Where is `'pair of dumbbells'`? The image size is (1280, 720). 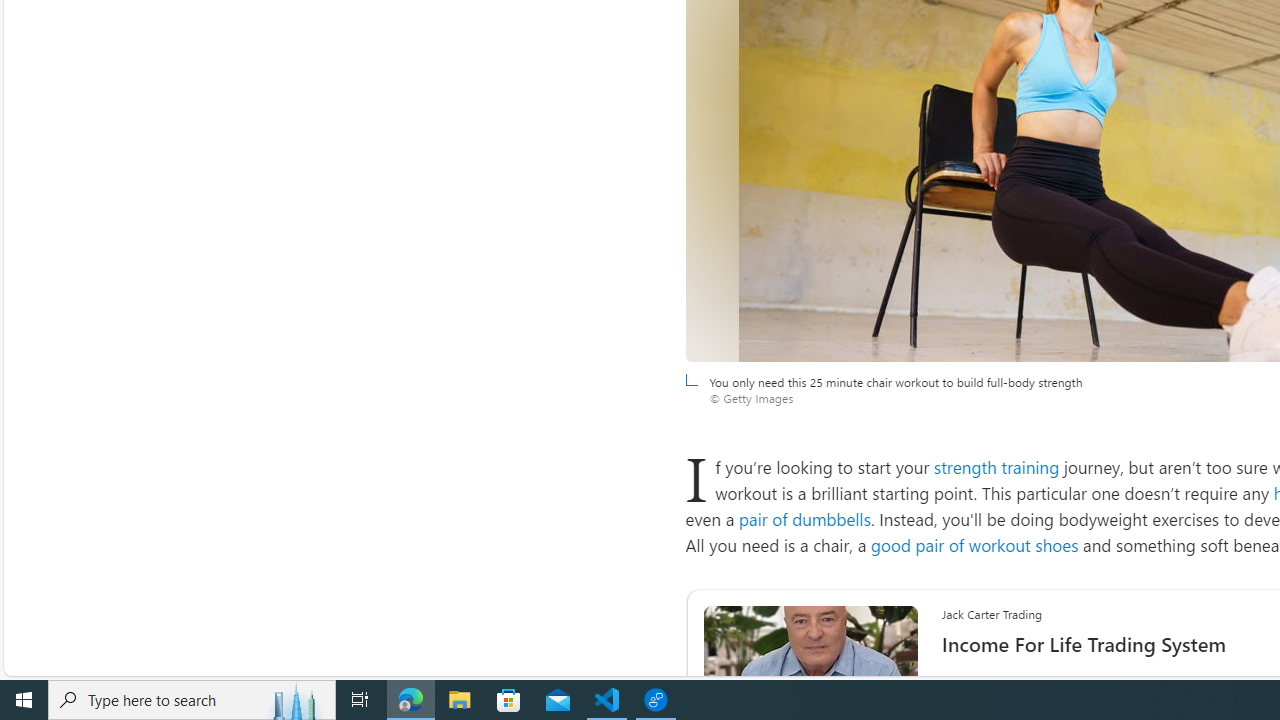 'pair of dumbbells' is located at coordinates (804, 518).